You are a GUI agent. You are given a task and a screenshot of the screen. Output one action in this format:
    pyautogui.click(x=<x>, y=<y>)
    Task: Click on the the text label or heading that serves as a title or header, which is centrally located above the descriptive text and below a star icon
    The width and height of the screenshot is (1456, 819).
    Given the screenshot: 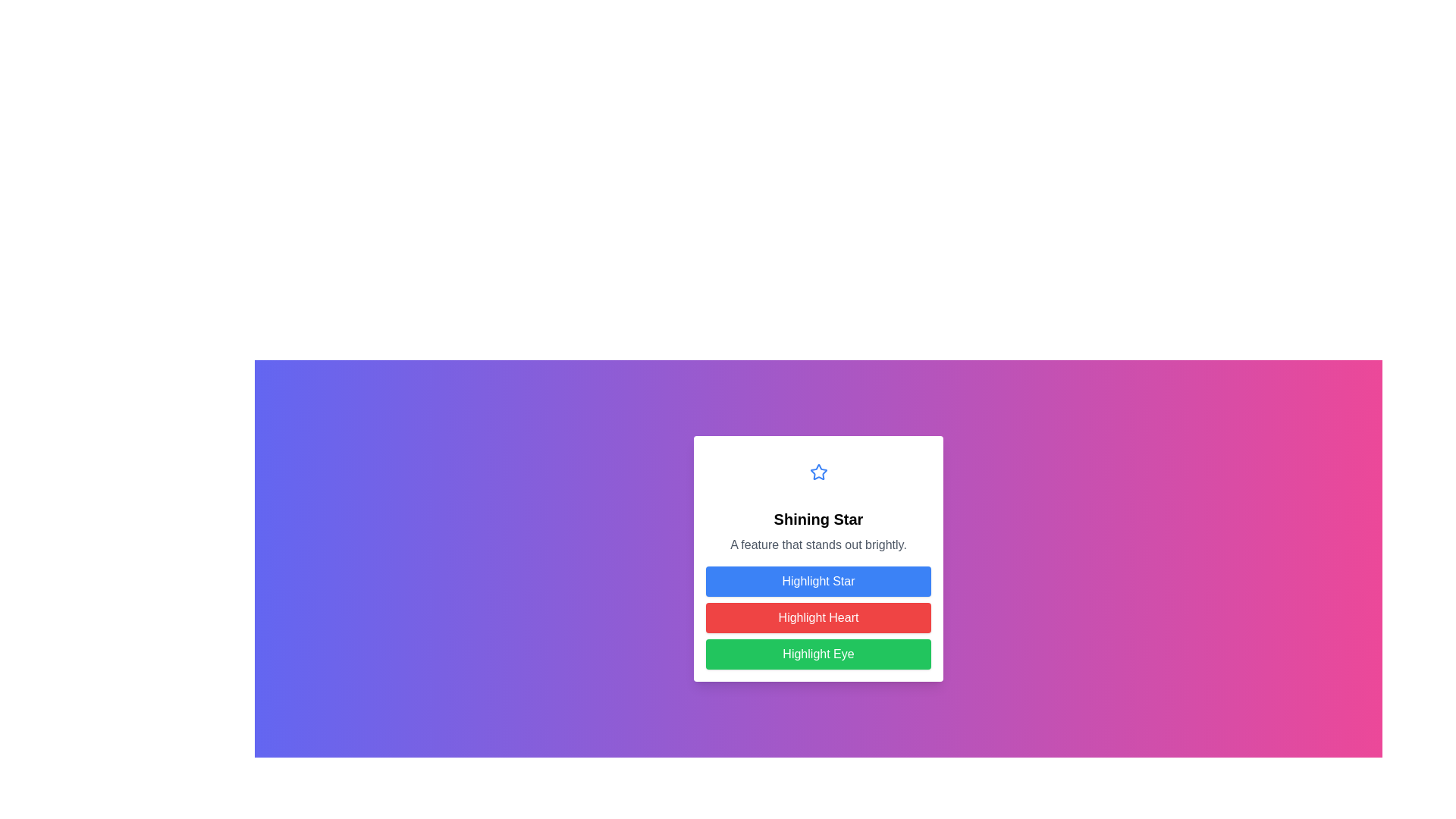 What is the action you would take?
    pyautogui.click(x=817, y=519)
    